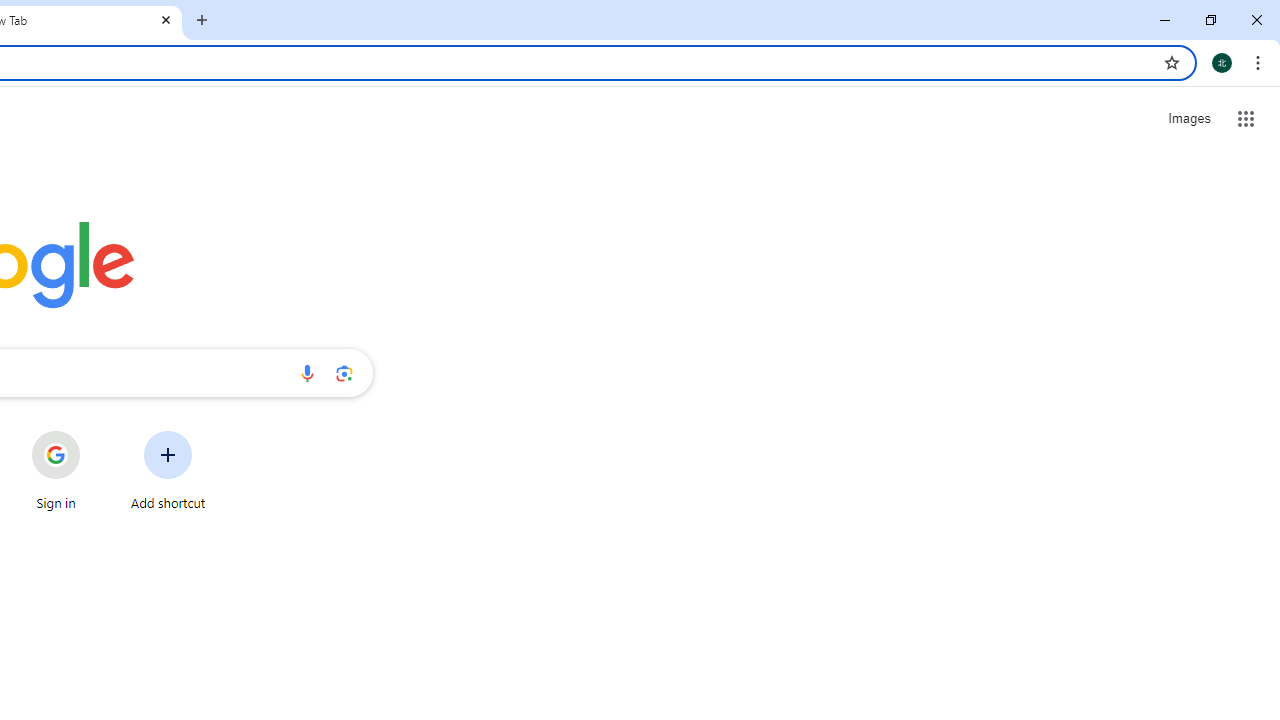 The height and width of the screenshot is (720, 1280). Describe the element at coordinates (1171, 61) in the screenshot. I see `'Bookmark this tab'` at that location.